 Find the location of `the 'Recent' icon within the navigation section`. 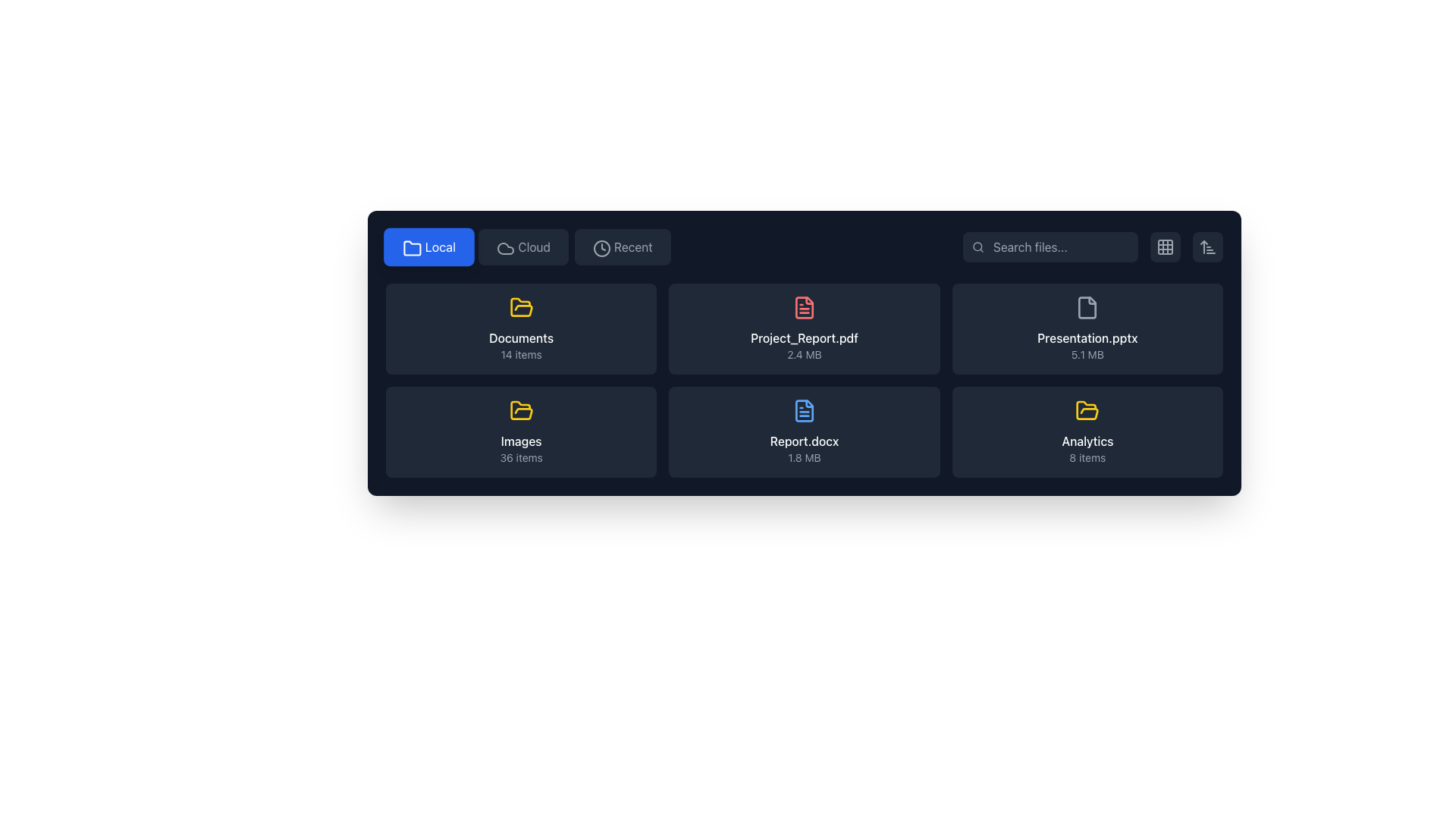

the 'Recent' icon within the navigation section is located at coordinates (601, 247).